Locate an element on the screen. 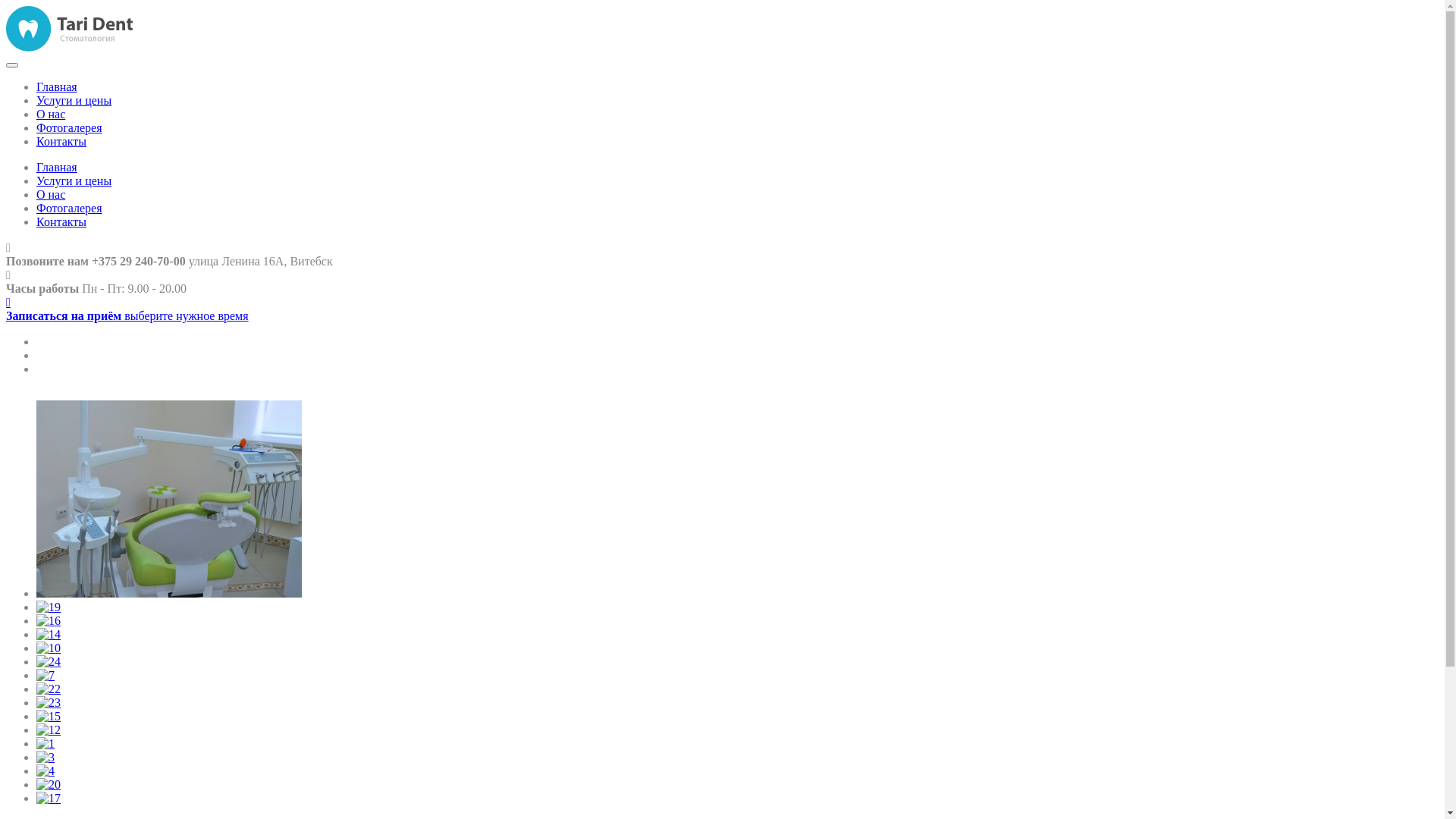 The width and height of the screenshot is (1456, 819). '16' is located at coordinates (48, 620).